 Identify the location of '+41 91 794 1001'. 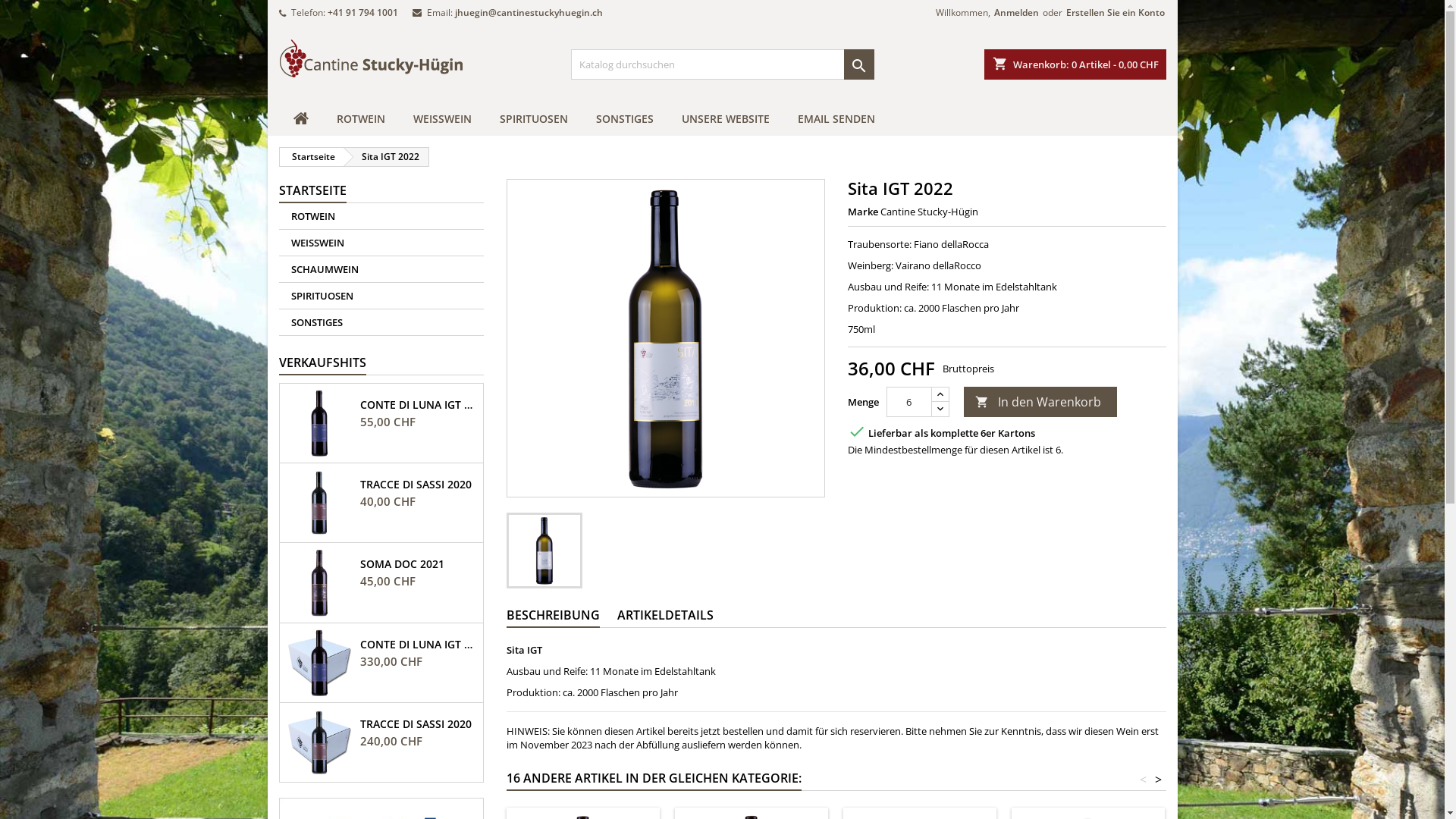
(362, 12).